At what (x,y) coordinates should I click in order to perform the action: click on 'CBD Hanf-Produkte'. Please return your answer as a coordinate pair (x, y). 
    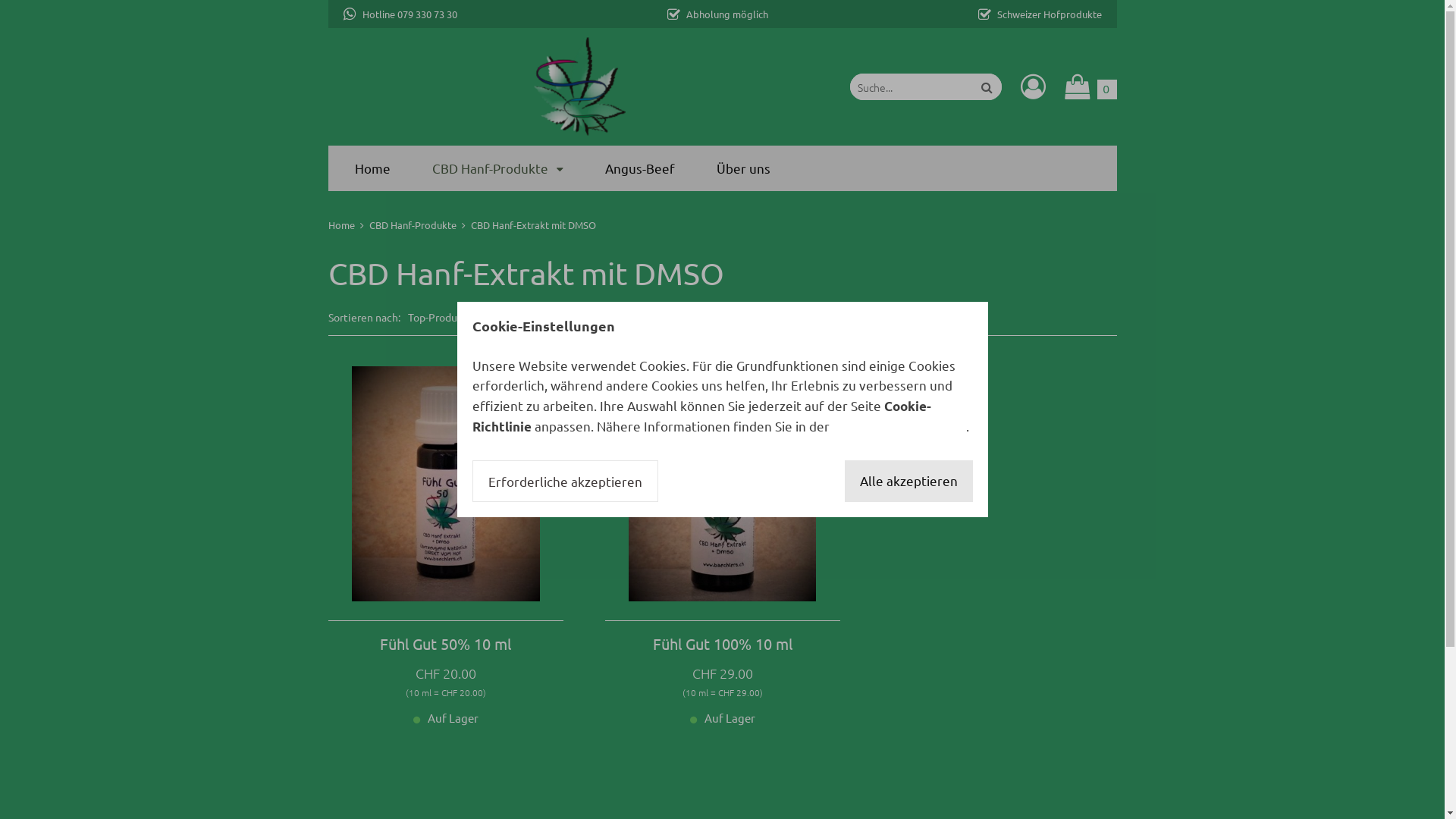
    Looking at the image, I should click on (497, 168).